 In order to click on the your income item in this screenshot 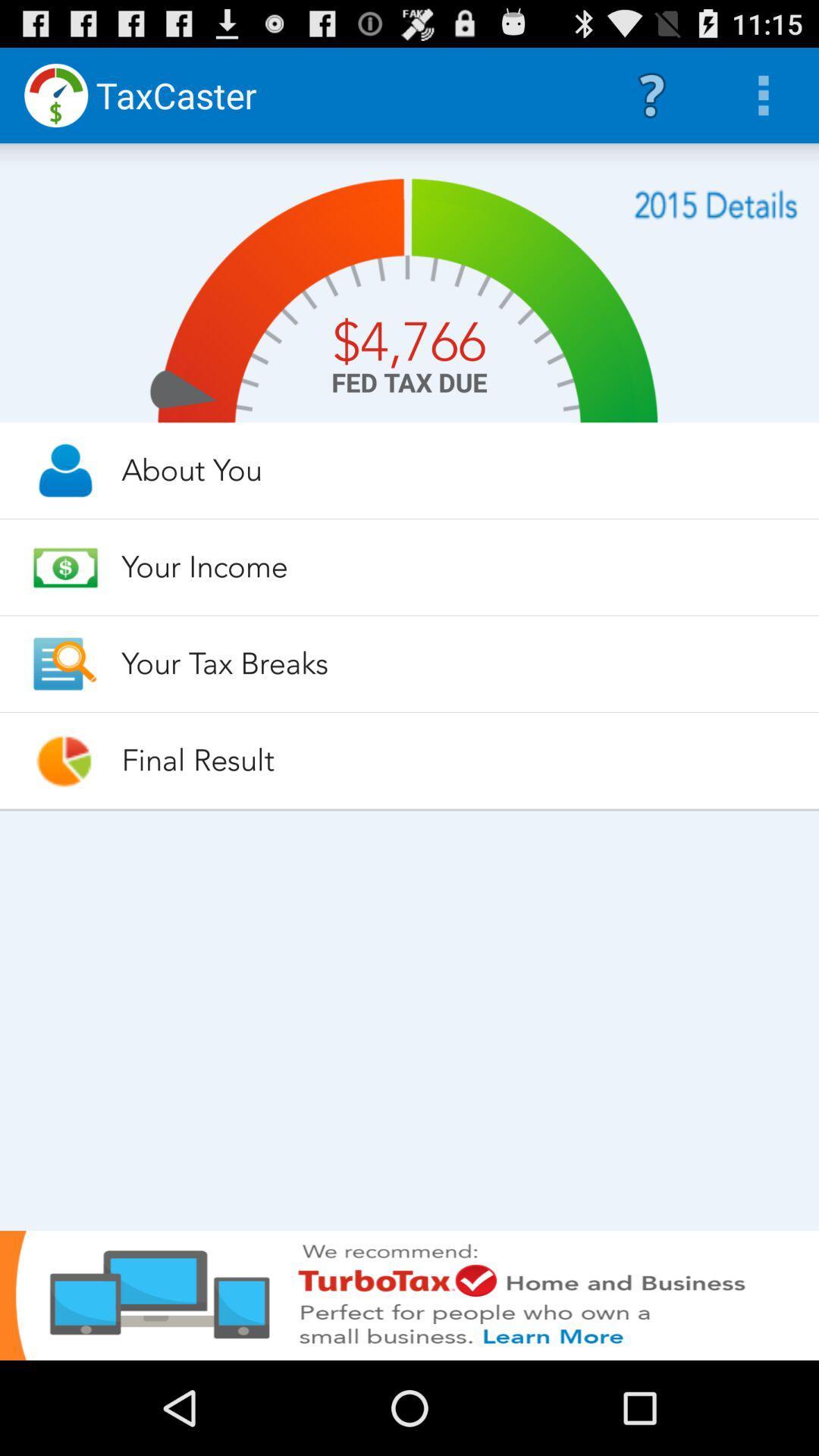, I will do `click(456, 566)`.